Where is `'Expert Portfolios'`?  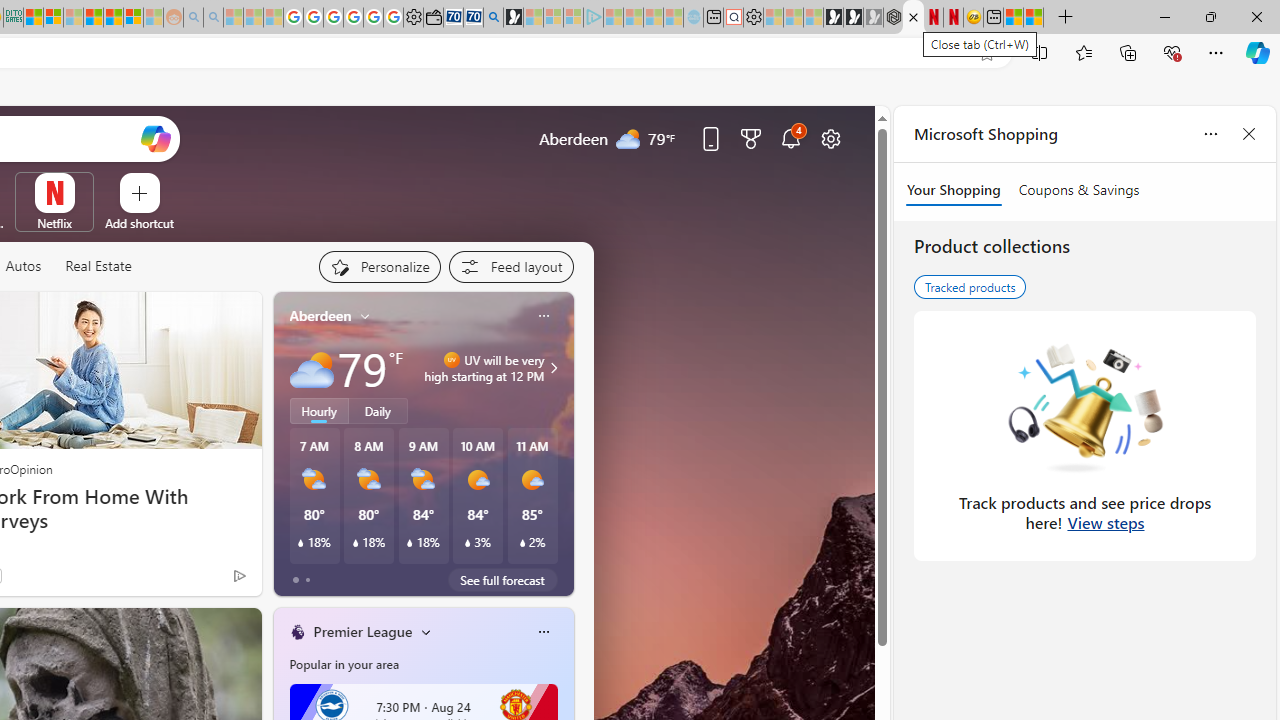
'Expert Portfolios' is located at coordinates (93, 17).